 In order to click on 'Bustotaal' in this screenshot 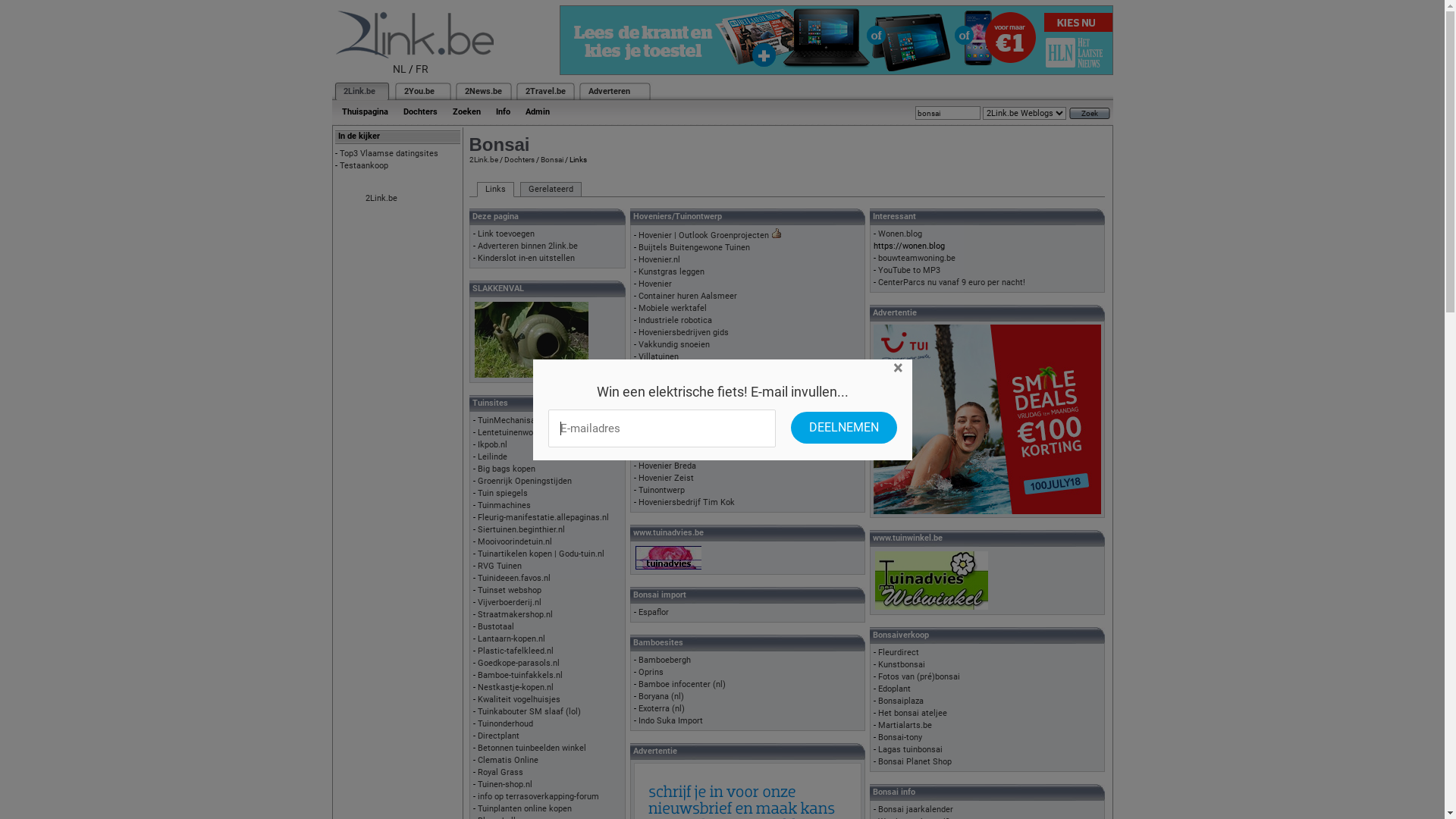, I will do `click(495, 626)`.